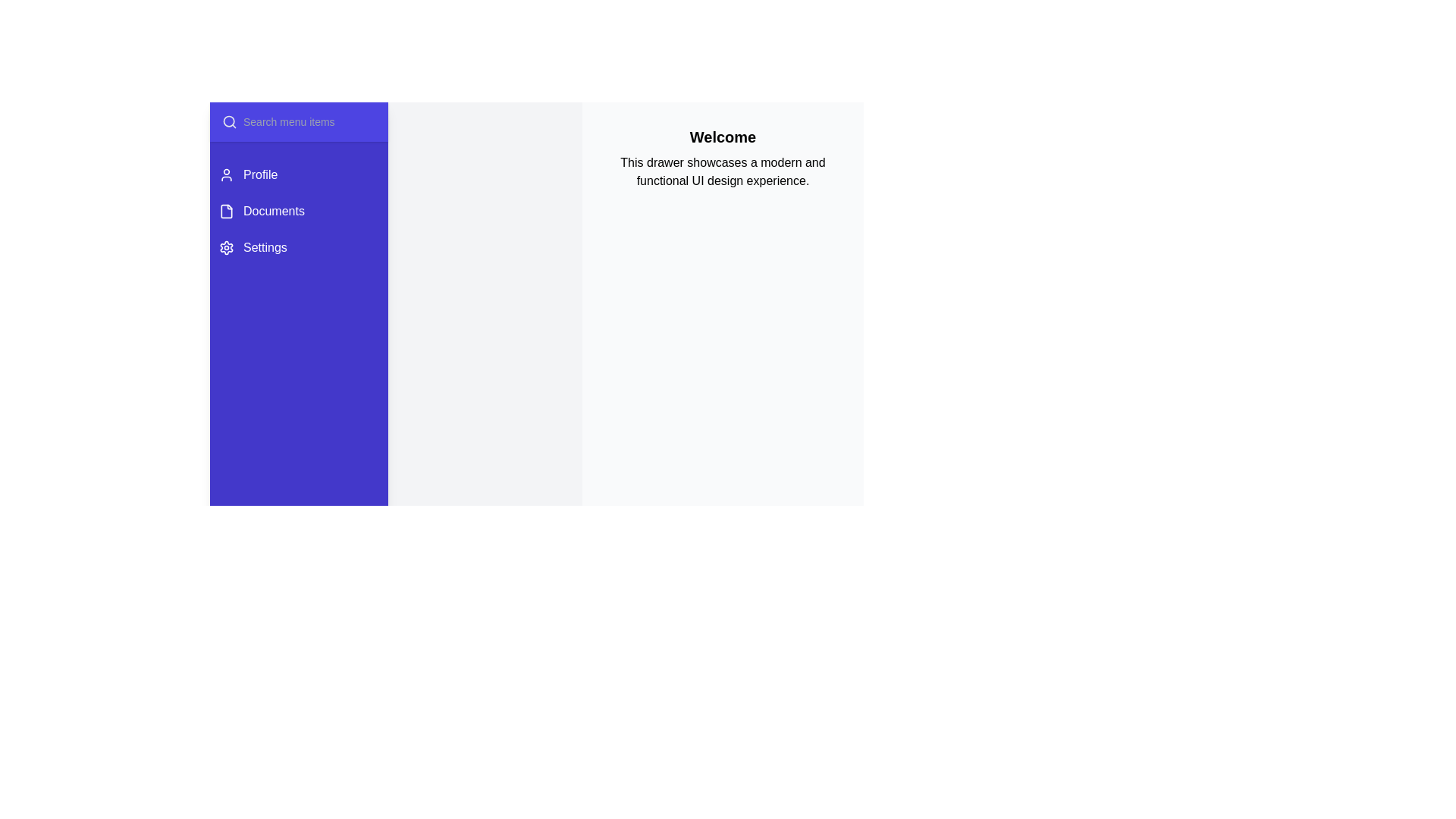  I want to click on the Documents icon in the menu, so click(225, 211).